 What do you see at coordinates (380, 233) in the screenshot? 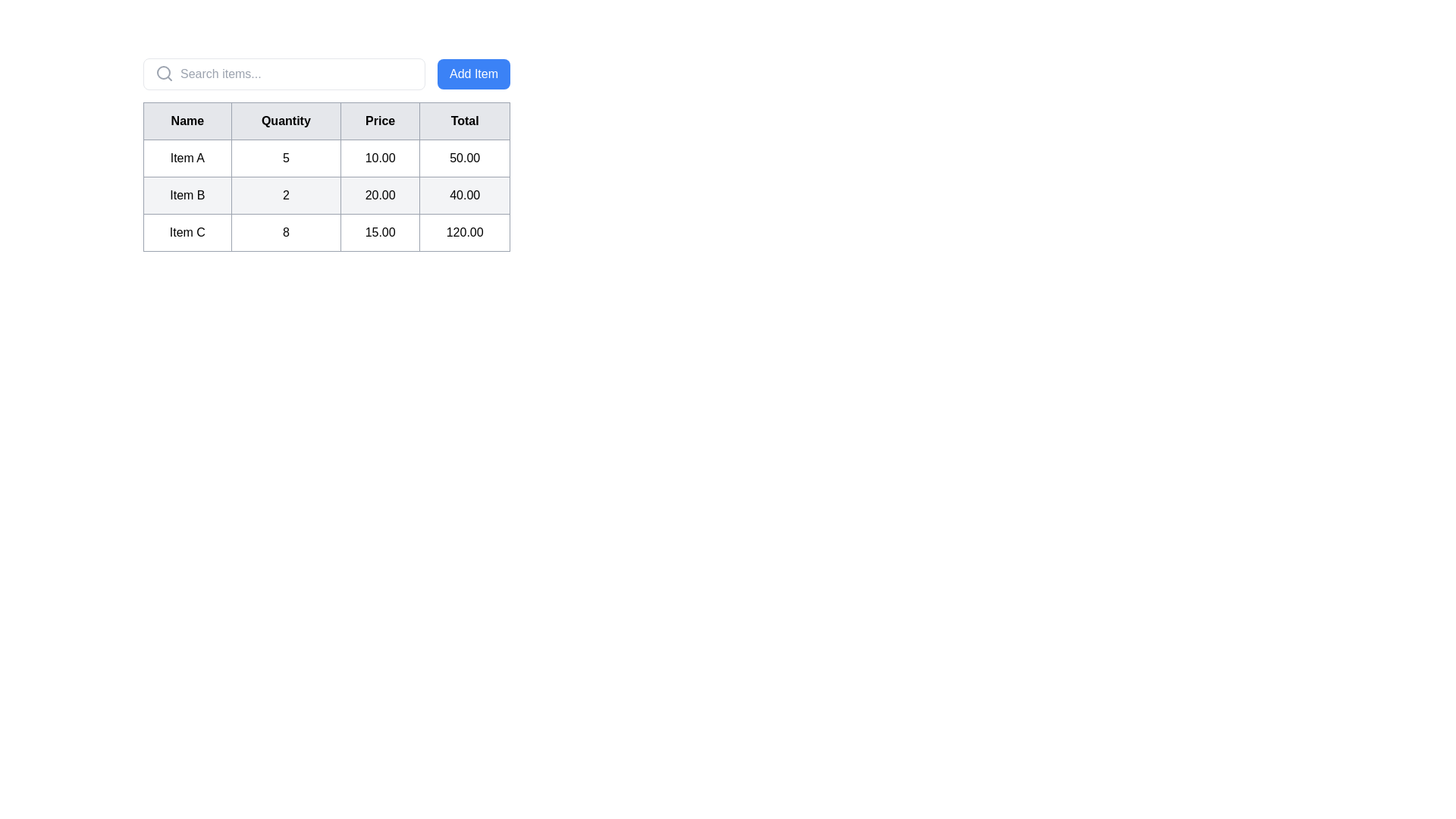
I see `the static text label displaying the price value '15.00' in the third row of the table under the 'Price' column for 'Item C'` at bounding box center [380, 233].